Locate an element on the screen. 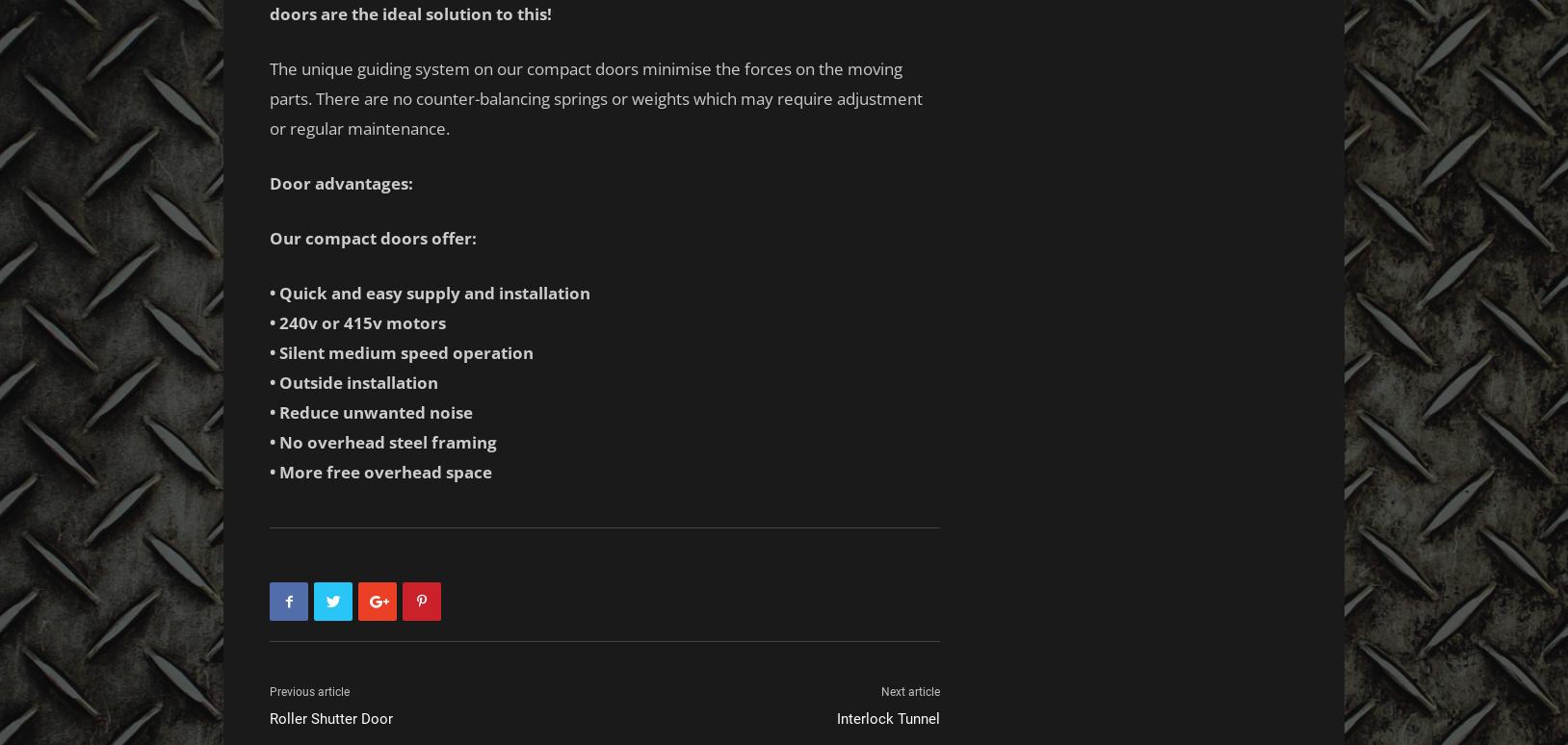 The height and width of the screenshot is (745, 1568). '• Outside installation' is located at coordinates (353, 382).